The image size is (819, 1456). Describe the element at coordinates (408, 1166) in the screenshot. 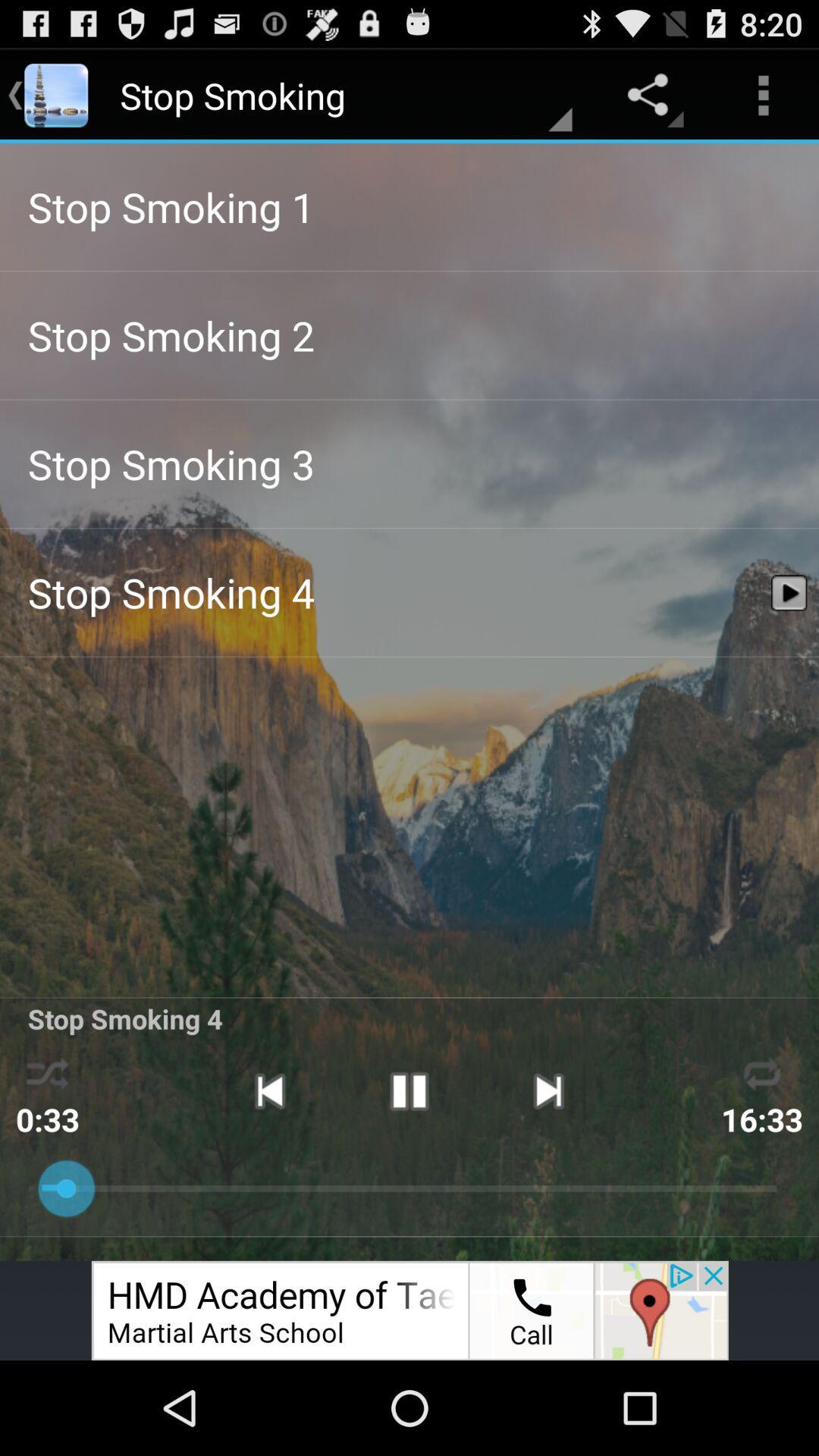

I see `the pause icon` at that location.